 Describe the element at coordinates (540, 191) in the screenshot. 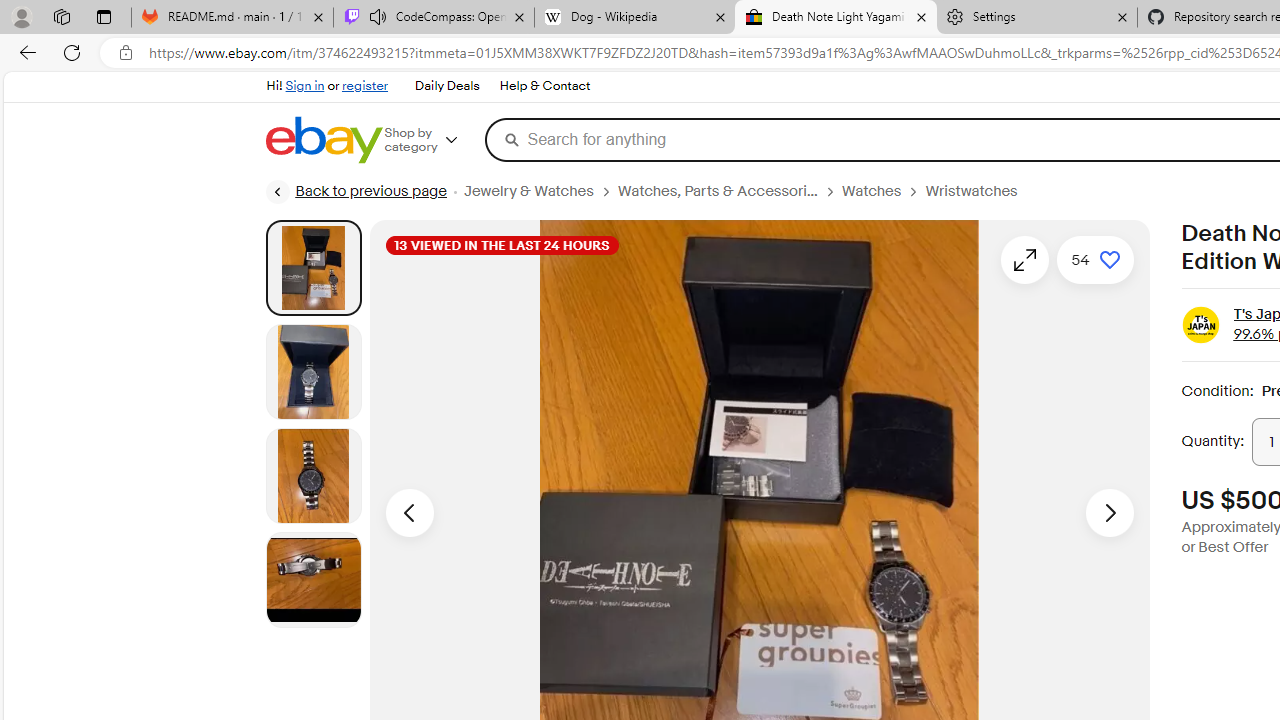

I see `'Jewelry & Watches'` at that location.